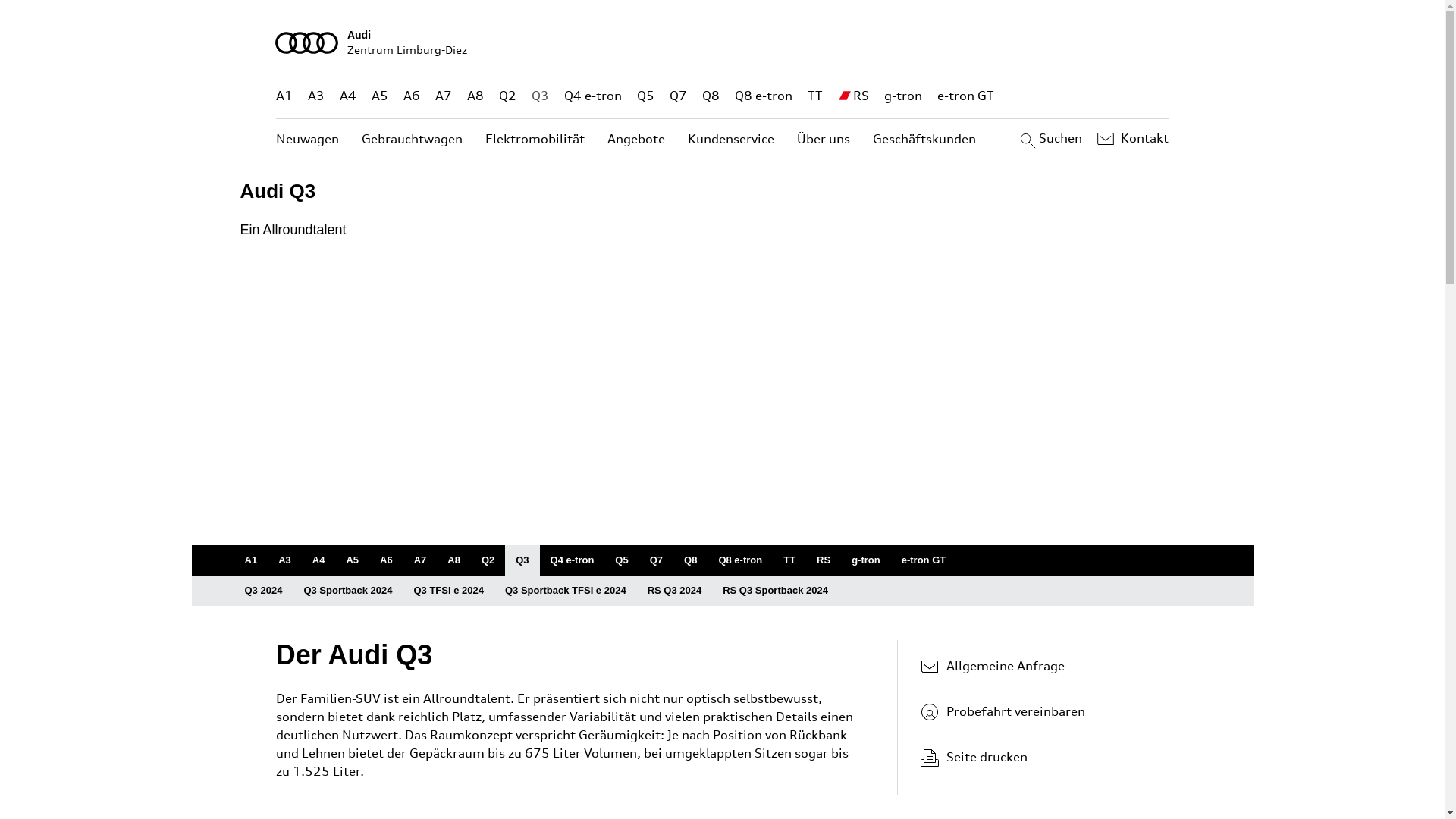 The width and height of the screenshot is (1456, 819). What do you see at coordinates (342, 96) in the screenshot?
I see `'A4'` at bounding box center [342, 96].